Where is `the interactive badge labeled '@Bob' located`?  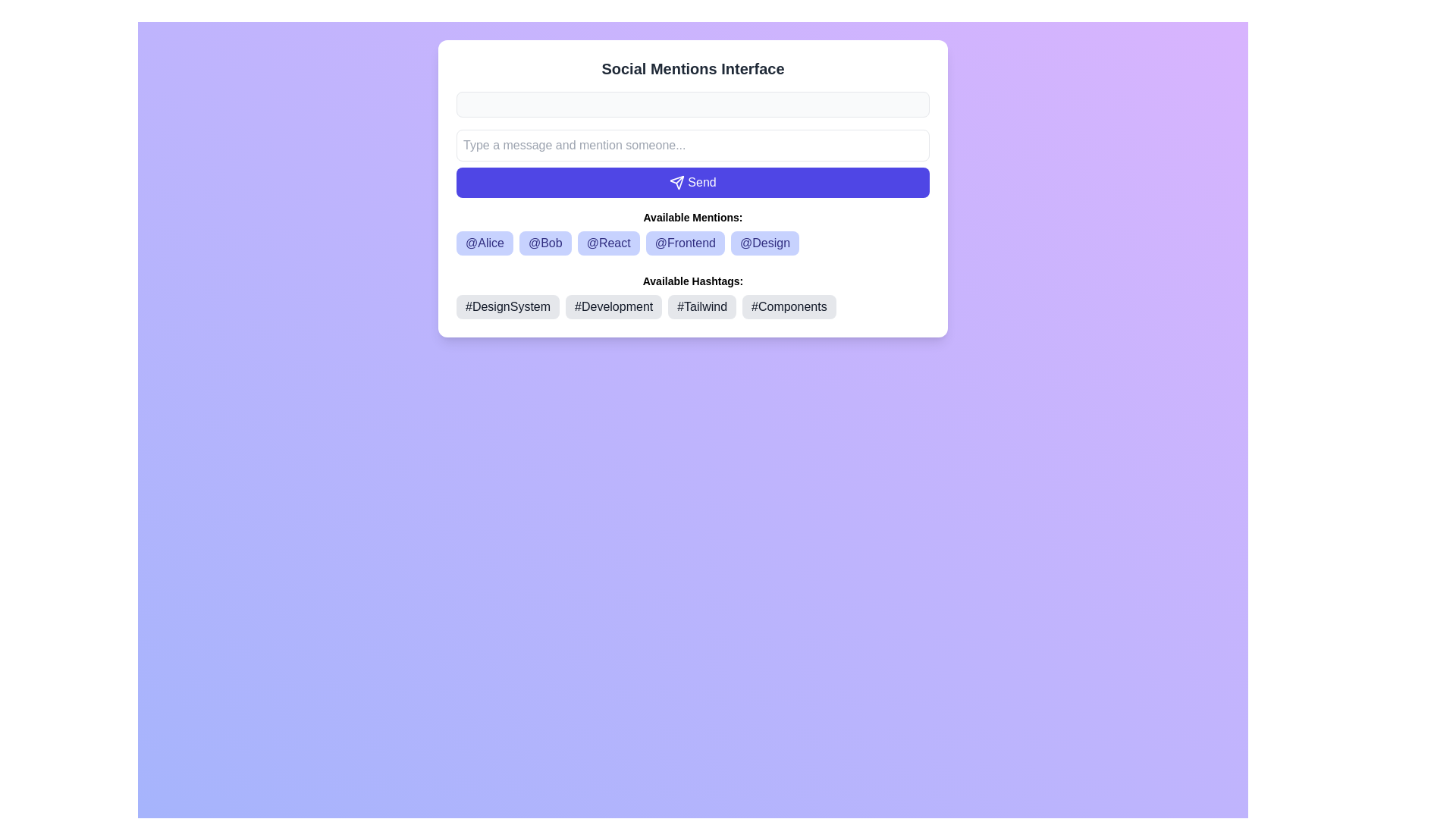
the interactive badge labeled '@Bob' located is located at coordinates (545, 242).